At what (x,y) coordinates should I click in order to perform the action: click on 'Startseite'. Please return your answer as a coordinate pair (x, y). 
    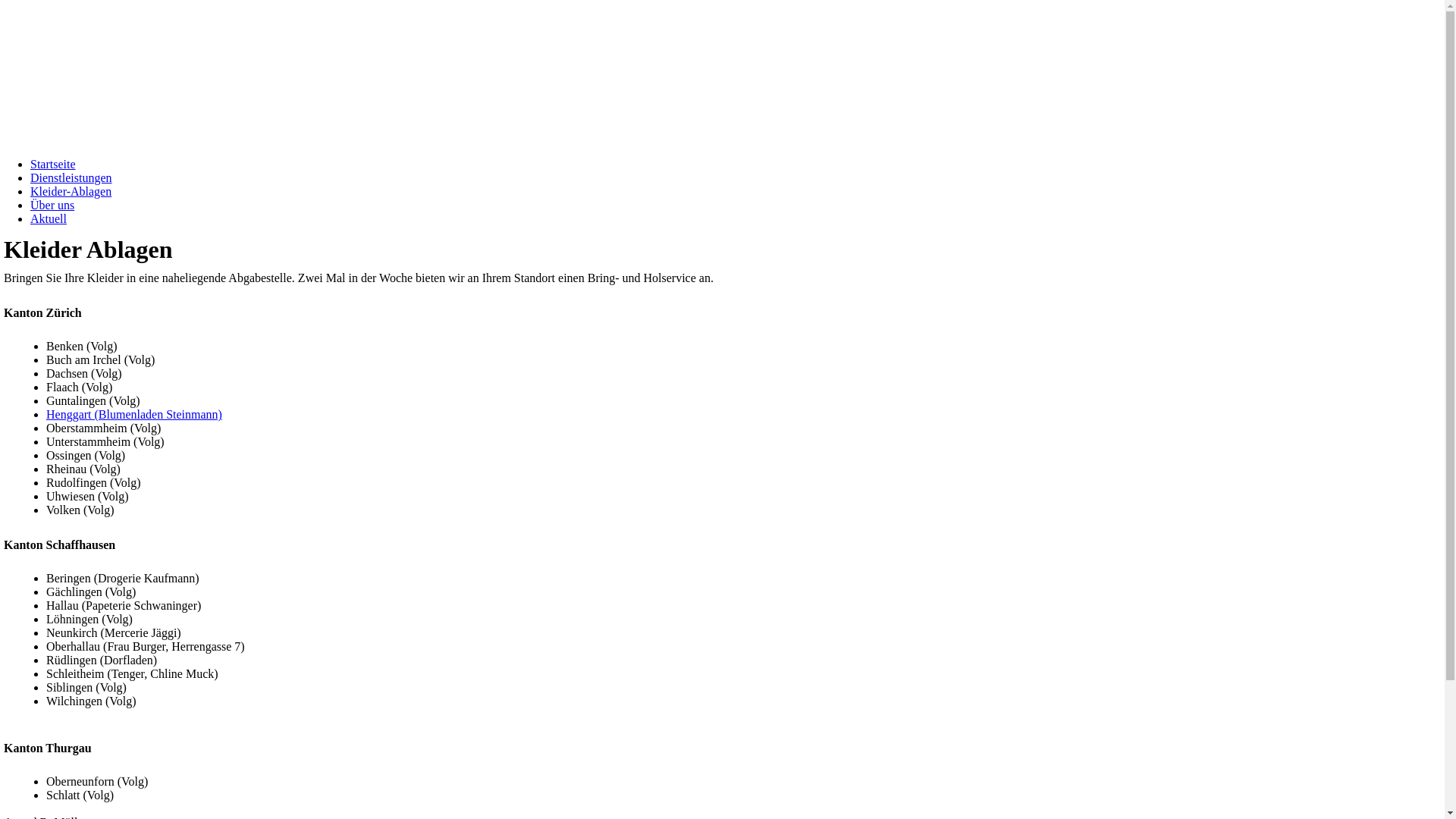
    Looking at the image, I should click on (53, 164).